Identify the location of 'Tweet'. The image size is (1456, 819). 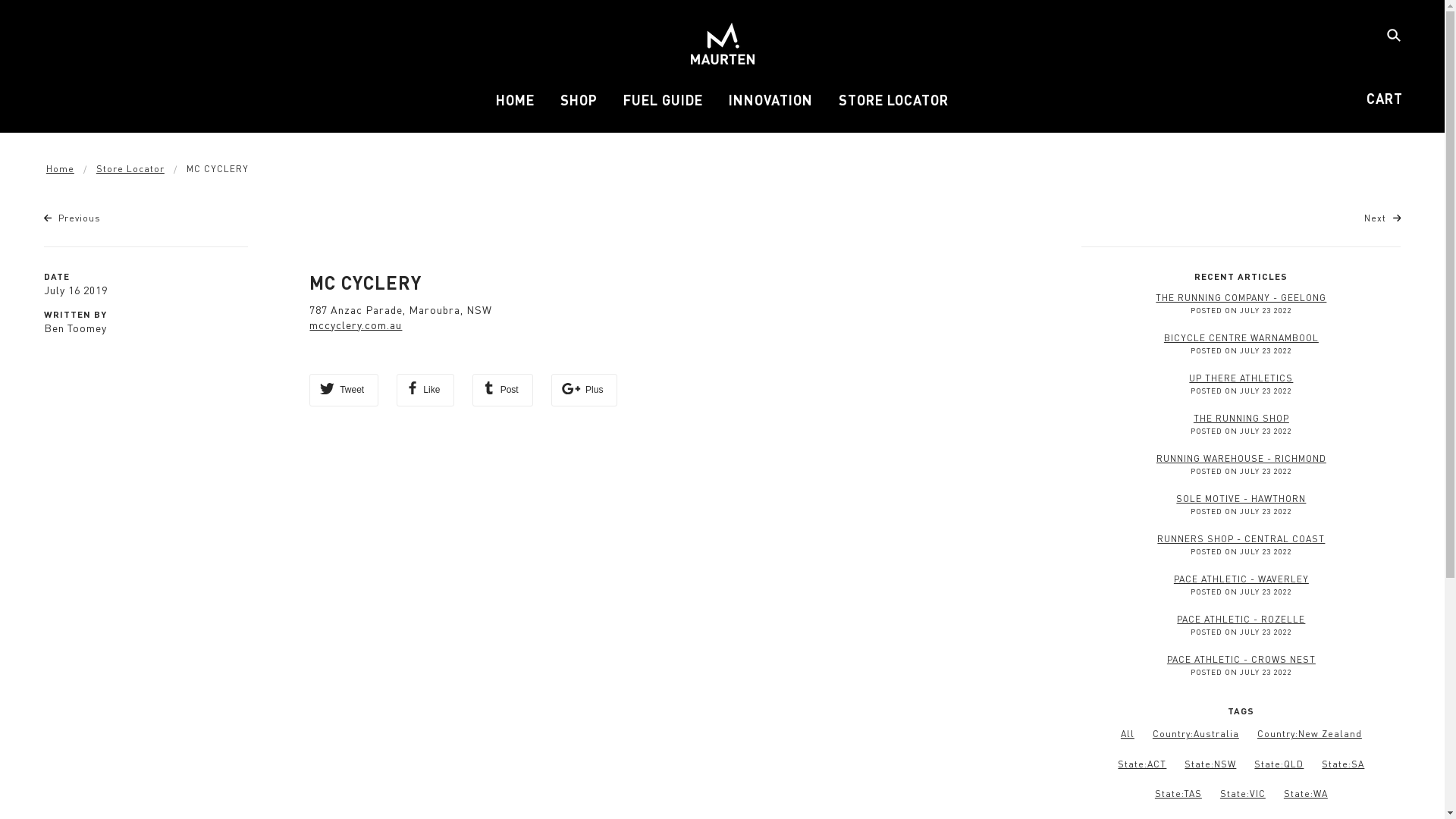
(343, 389).